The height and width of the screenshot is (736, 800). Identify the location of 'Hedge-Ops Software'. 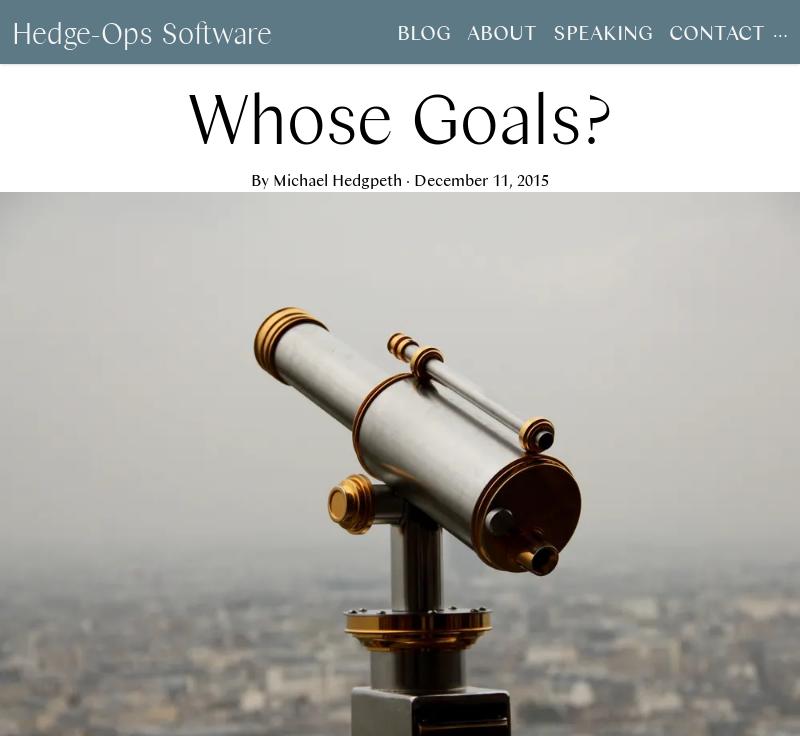
(142, 31).